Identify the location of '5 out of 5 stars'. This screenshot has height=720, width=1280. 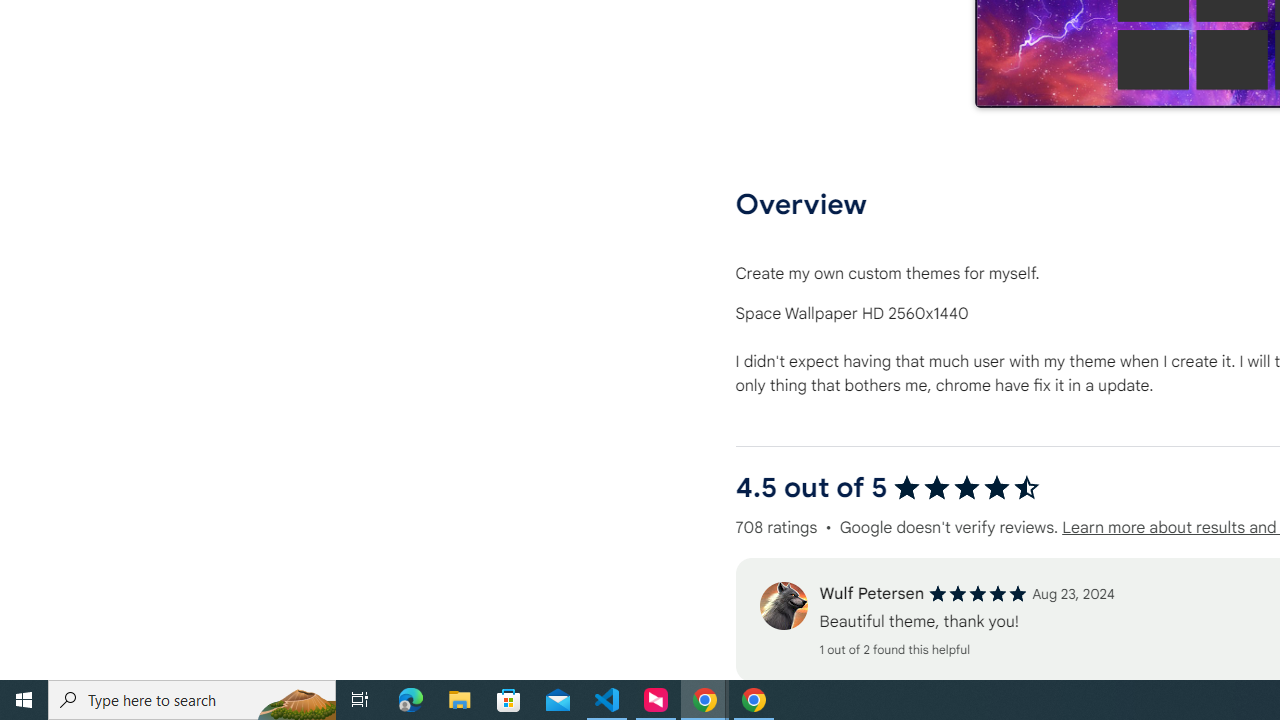
(978, 593).